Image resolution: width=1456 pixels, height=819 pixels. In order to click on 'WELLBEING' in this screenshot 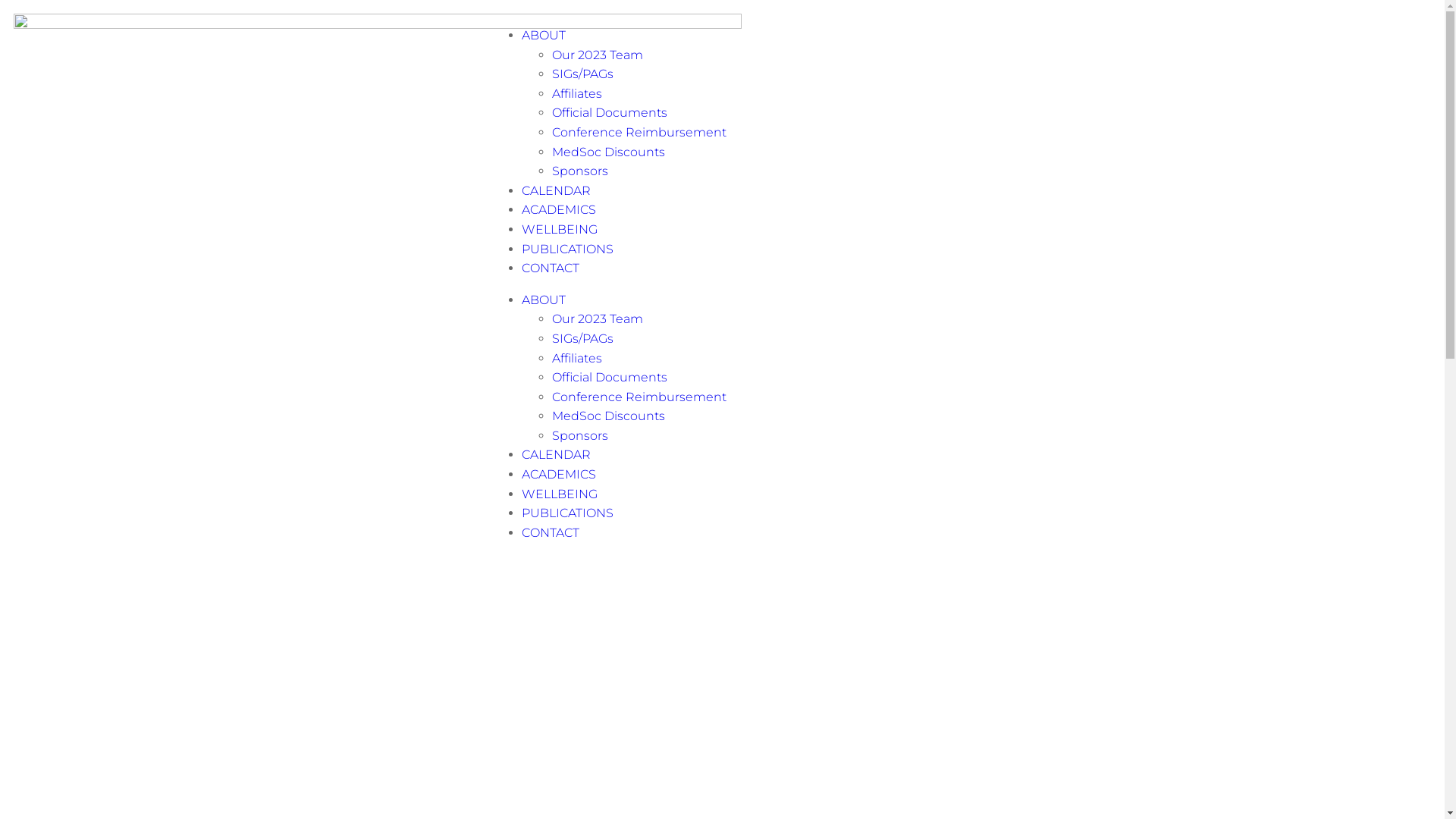, I will do `click(559, 229)`.